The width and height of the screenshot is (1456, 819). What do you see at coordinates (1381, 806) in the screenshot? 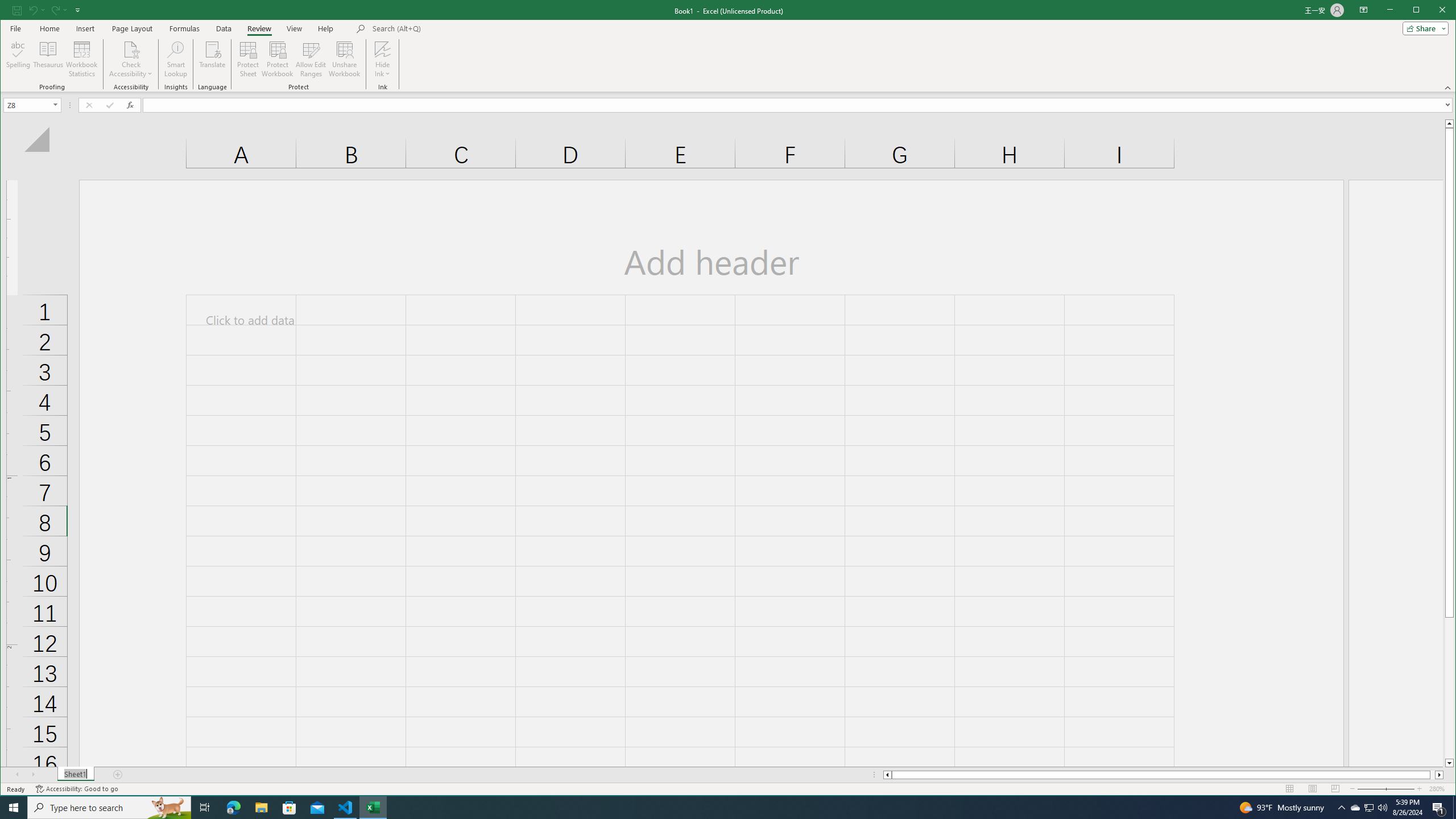
I see `'Q2790: 100%'` at bounding box center [1381, 806].